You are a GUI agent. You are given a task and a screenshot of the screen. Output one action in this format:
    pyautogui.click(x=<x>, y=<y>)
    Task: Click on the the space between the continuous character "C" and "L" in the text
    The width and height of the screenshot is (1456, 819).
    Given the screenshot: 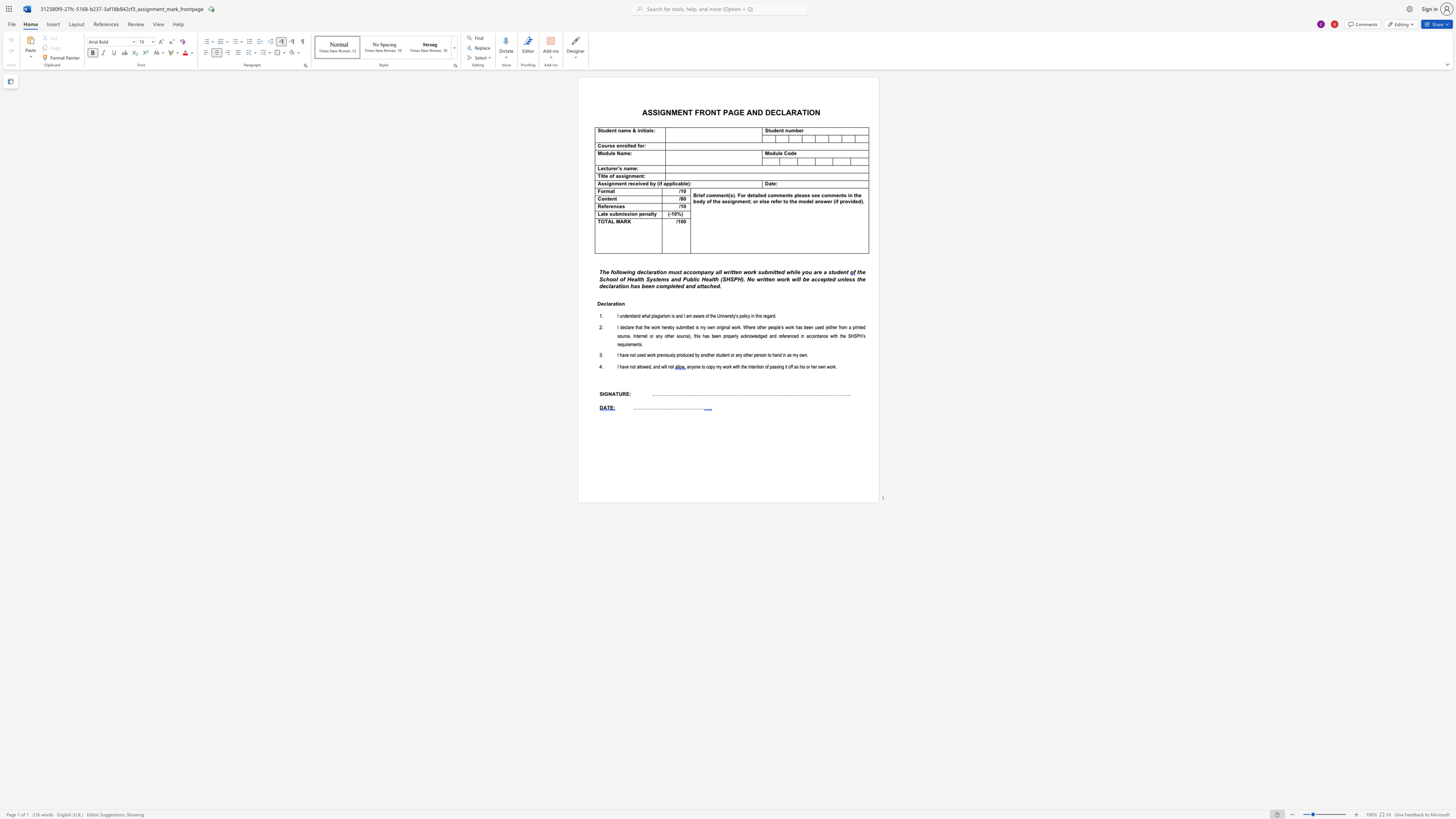 What is the action you would take?
    pyautogui.click(x=780, y=111)
    